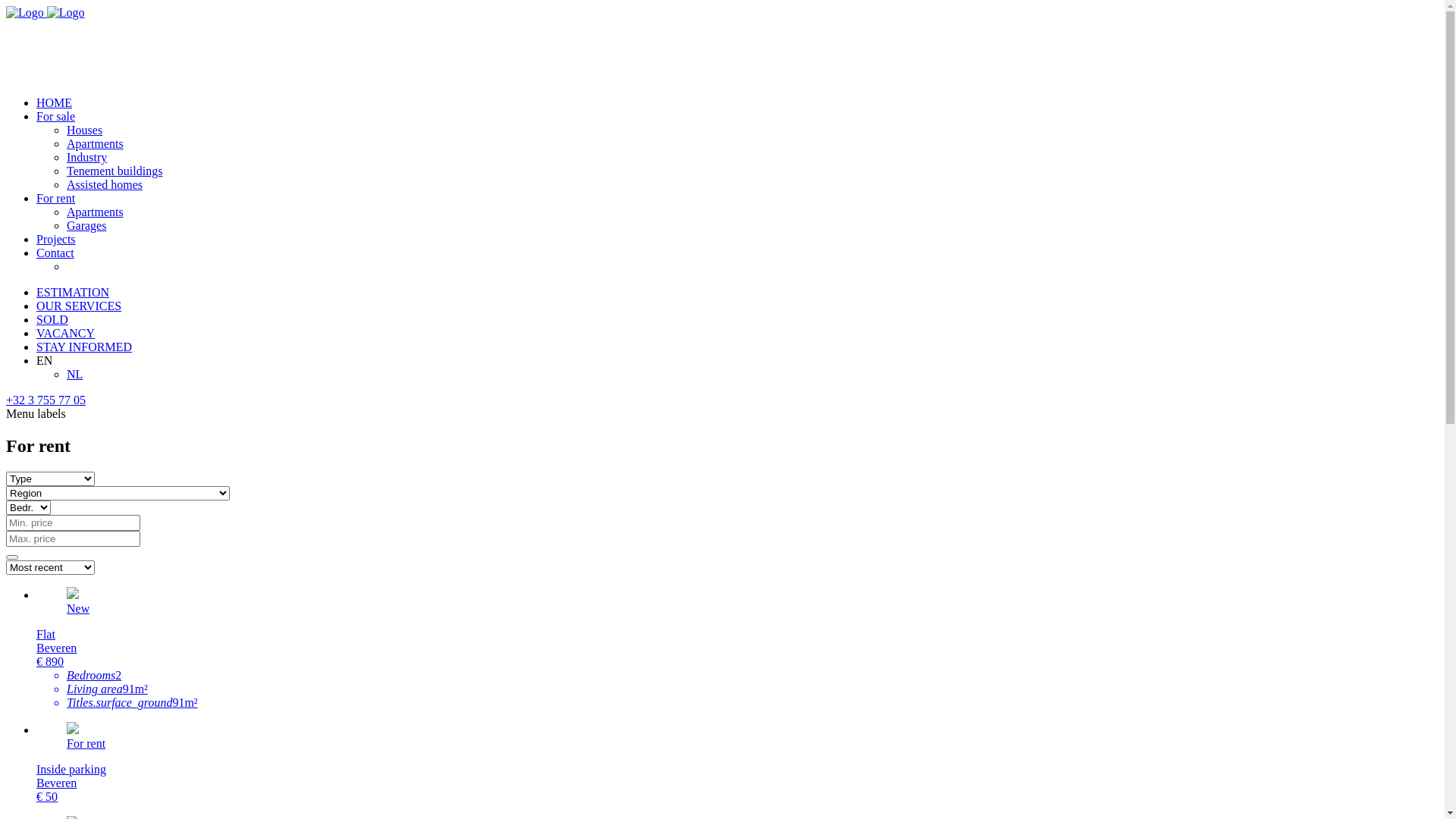 The image size is (1456, 819). What do you see at coordinates (104, 184) in the screenshot?
I see `'Assisted homes'` at bounding box center [104, 184].